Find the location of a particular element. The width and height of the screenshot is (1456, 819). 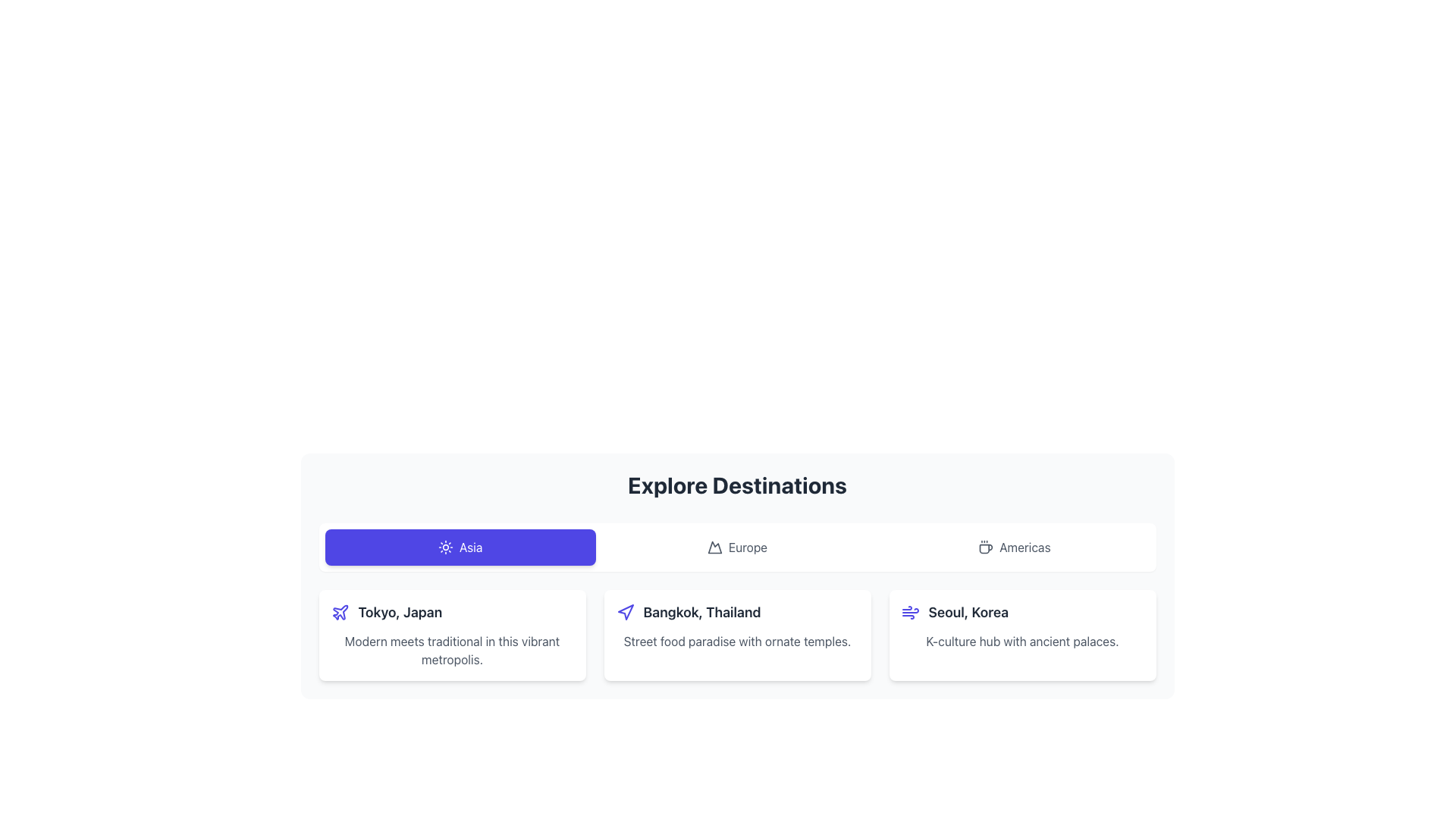

the 'Americas' text label on the navigation bar is located at coordinates (1025, 547).